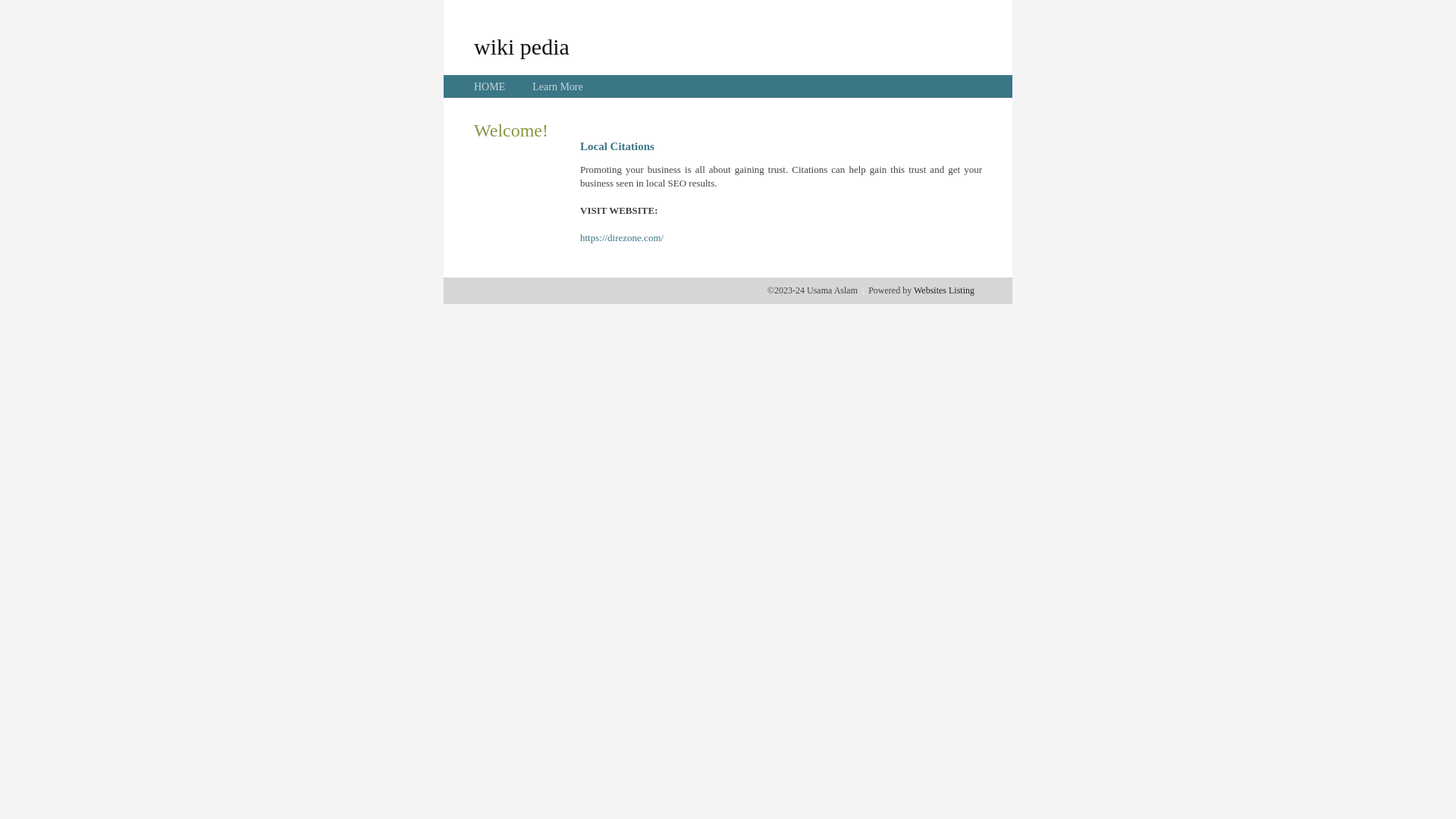 The width and height of the screenshot is (1456, 819). Describe the element at coordinates (912, 290) in the screenshot. I see `'Websites Listing'` at that location.